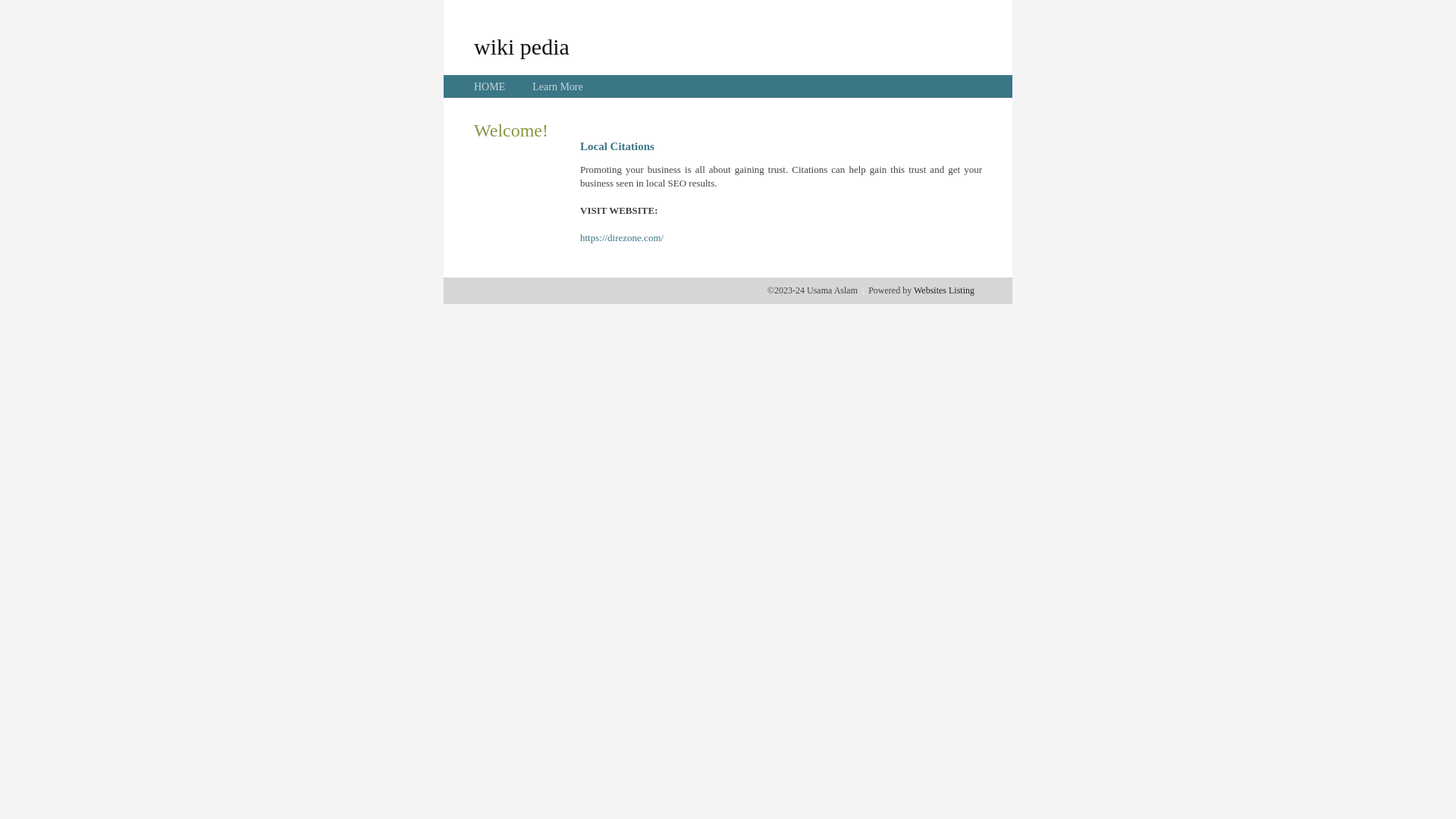 The width and height of the screenshot is (1456, 819). Describe the element at coordinates (912, 290) in the screenshot. I see `'Websites Listing'` at that location.